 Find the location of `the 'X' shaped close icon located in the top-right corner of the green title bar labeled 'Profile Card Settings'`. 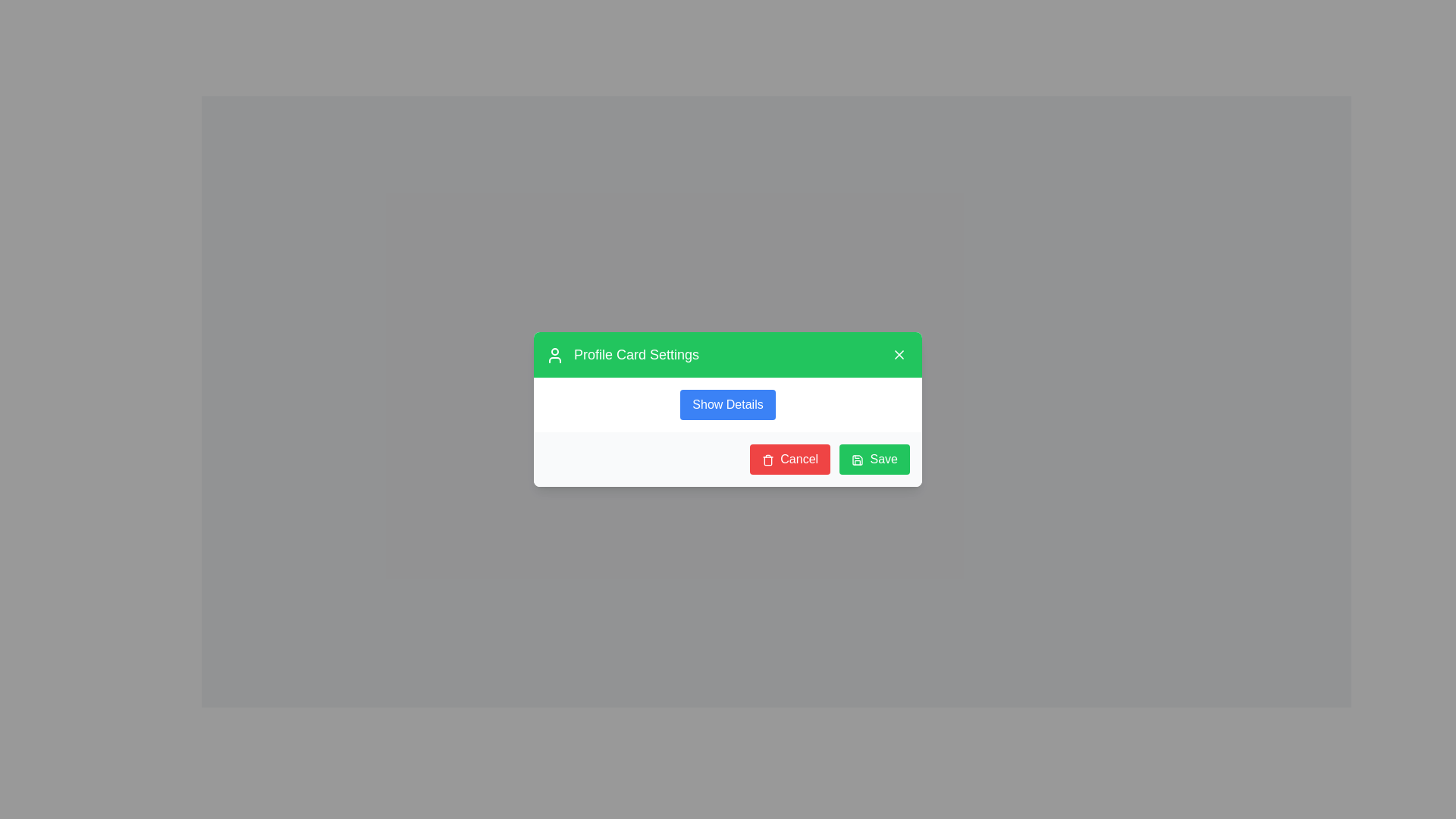

the 'X' shaped close icon located in the top-right corner of the green title bar labeled 'Profile Card Settings' is located at coordinates (899, 354).